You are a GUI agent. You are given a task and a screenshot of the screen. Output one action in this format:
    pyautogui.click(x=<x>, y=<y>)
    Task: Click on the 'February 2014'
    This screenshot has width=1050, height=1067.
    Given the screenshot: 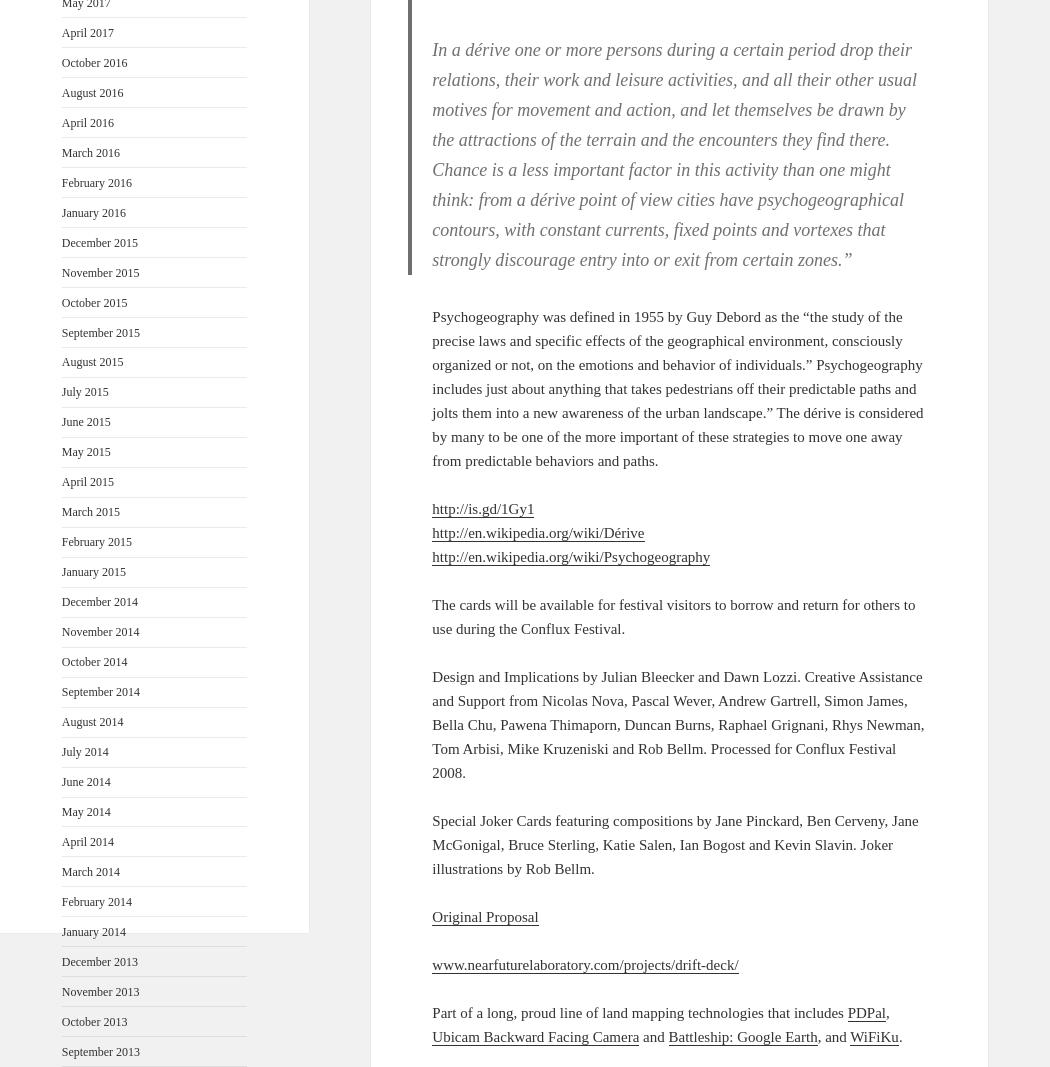 What is the action you would take?
    pyautogui.click(x=96, y=900)
    